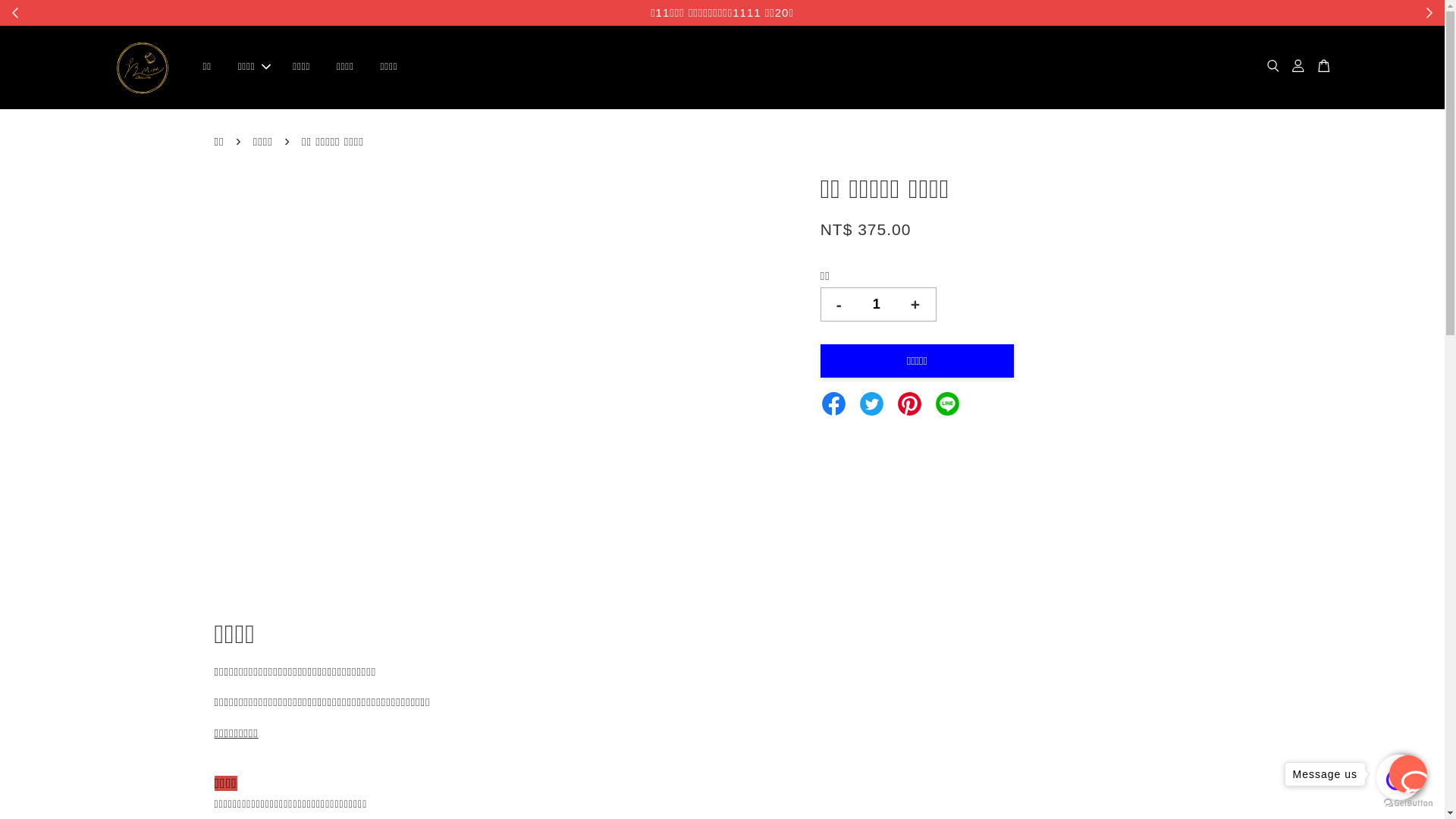  What do you see at coordinates (819, 400) in the screenshot?
I see `'Facebook'` at bounding box center [819, 400].